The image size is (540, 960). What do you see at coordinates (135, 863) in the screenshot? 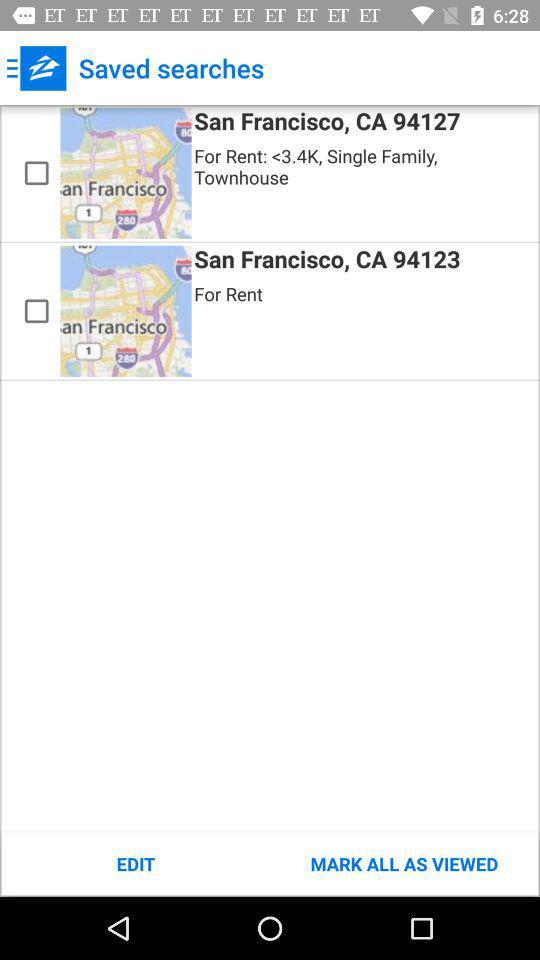
I see `edit icon` at bounding box center [135, 863].